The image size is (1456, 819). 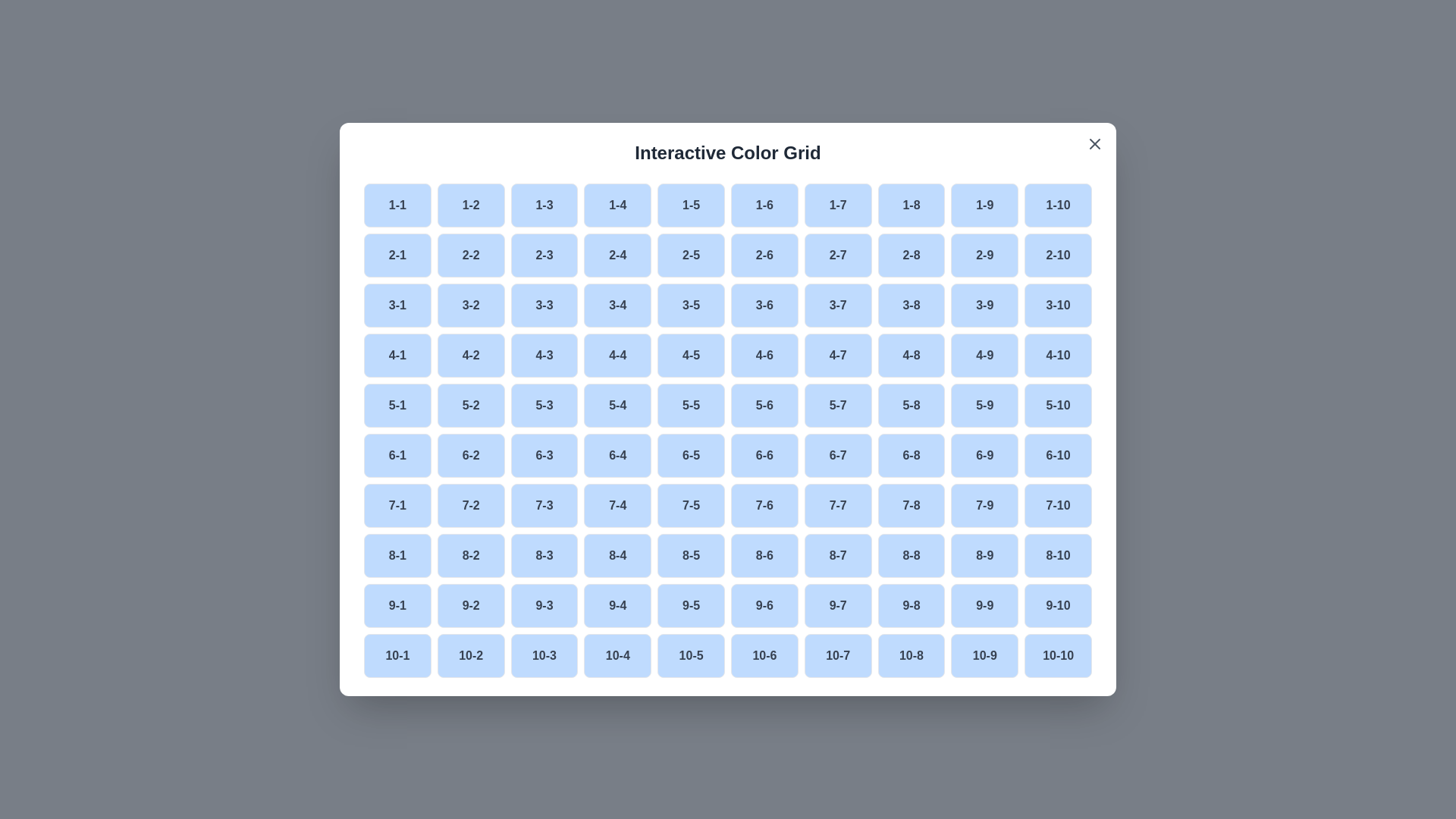 What do you see at coordinates (1095, 143) in the screenshot?
I see `close button to close the dialog` at bounding box center [1095, 143].